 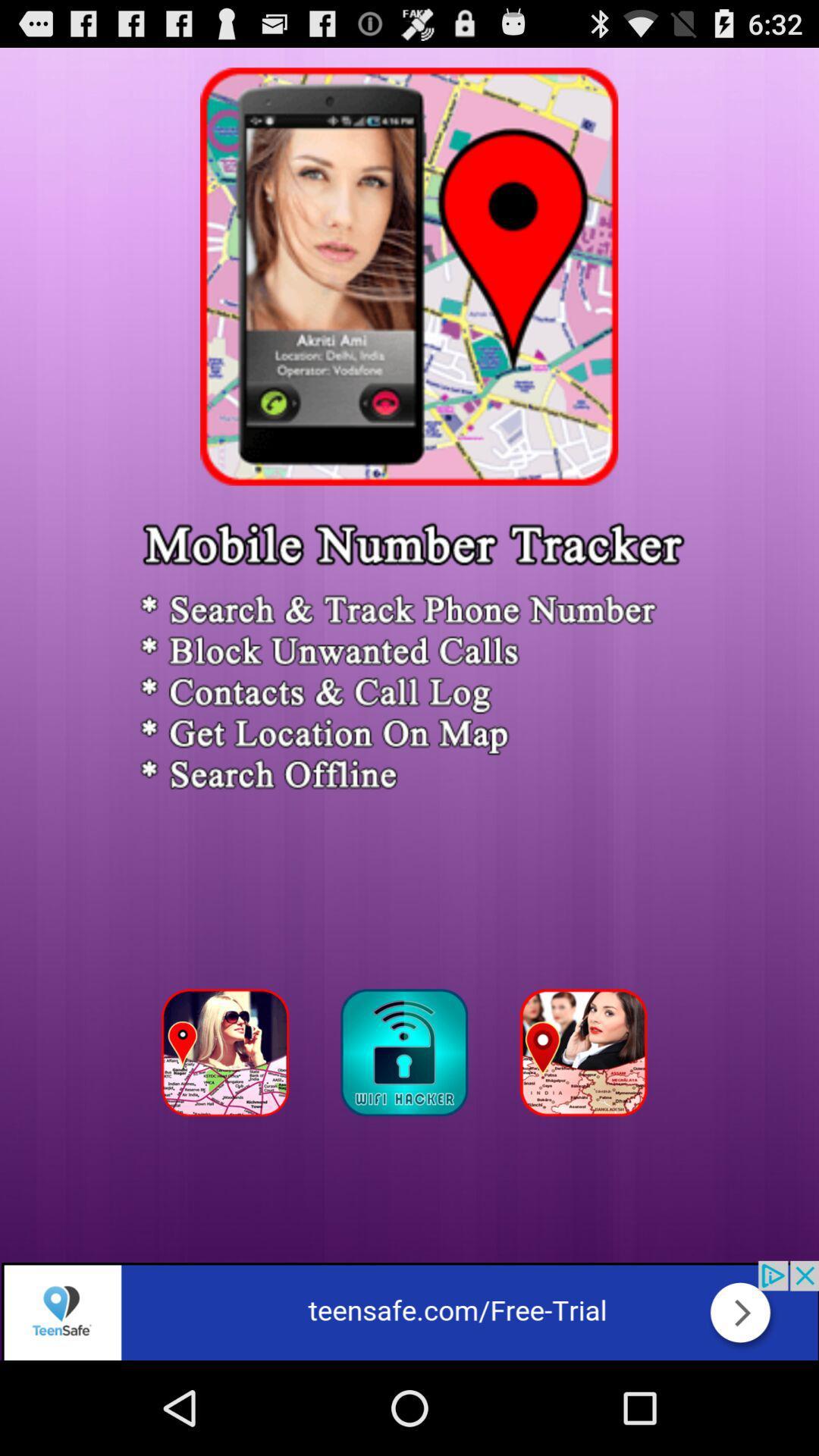 I want to click on click for gps tracker, so click(x=408, y=1056).